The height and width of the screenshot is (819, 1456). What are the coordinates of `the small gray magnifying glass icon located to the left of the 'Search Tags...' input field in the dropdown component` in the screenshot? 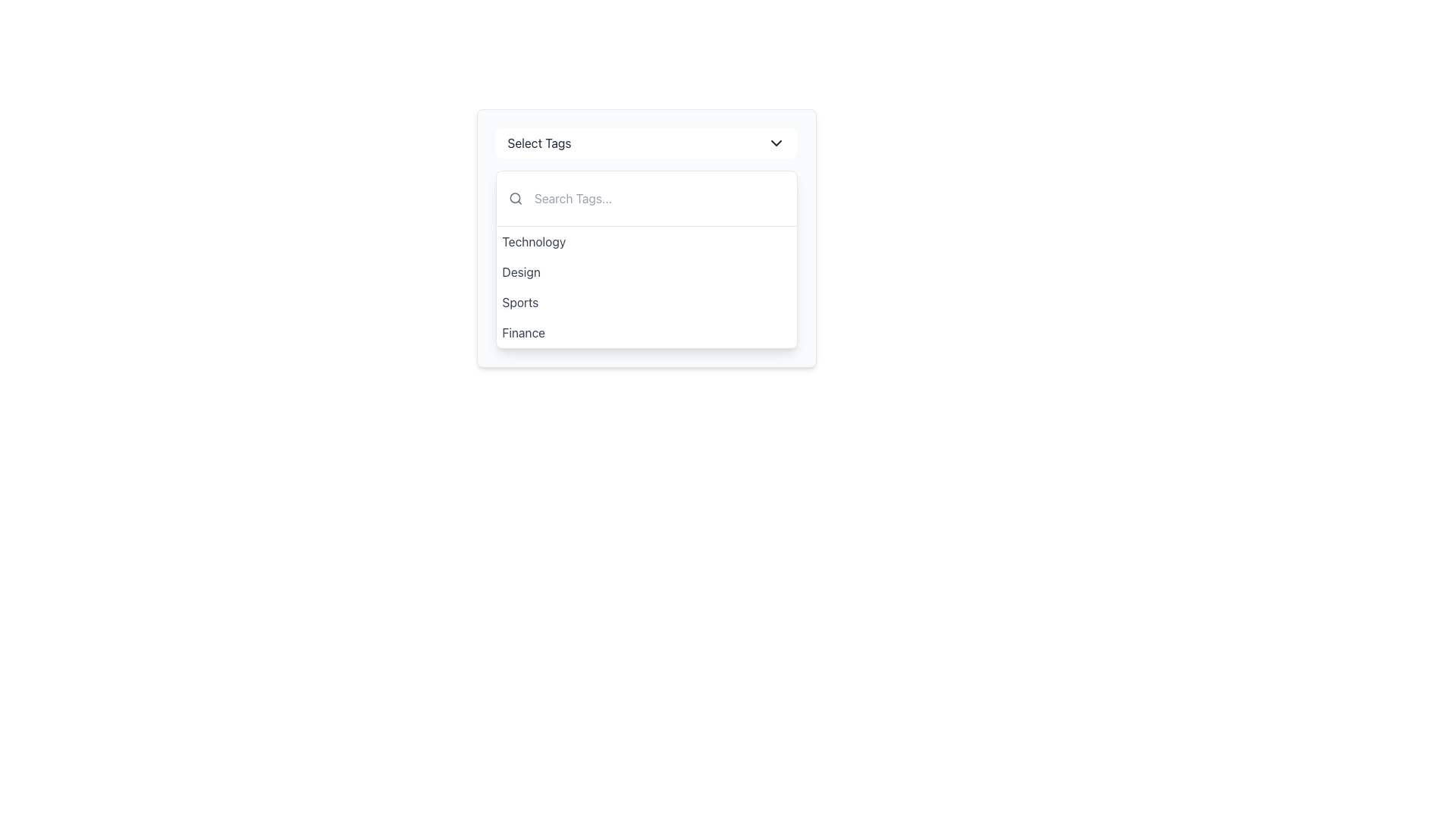 It's located at (515, 198).